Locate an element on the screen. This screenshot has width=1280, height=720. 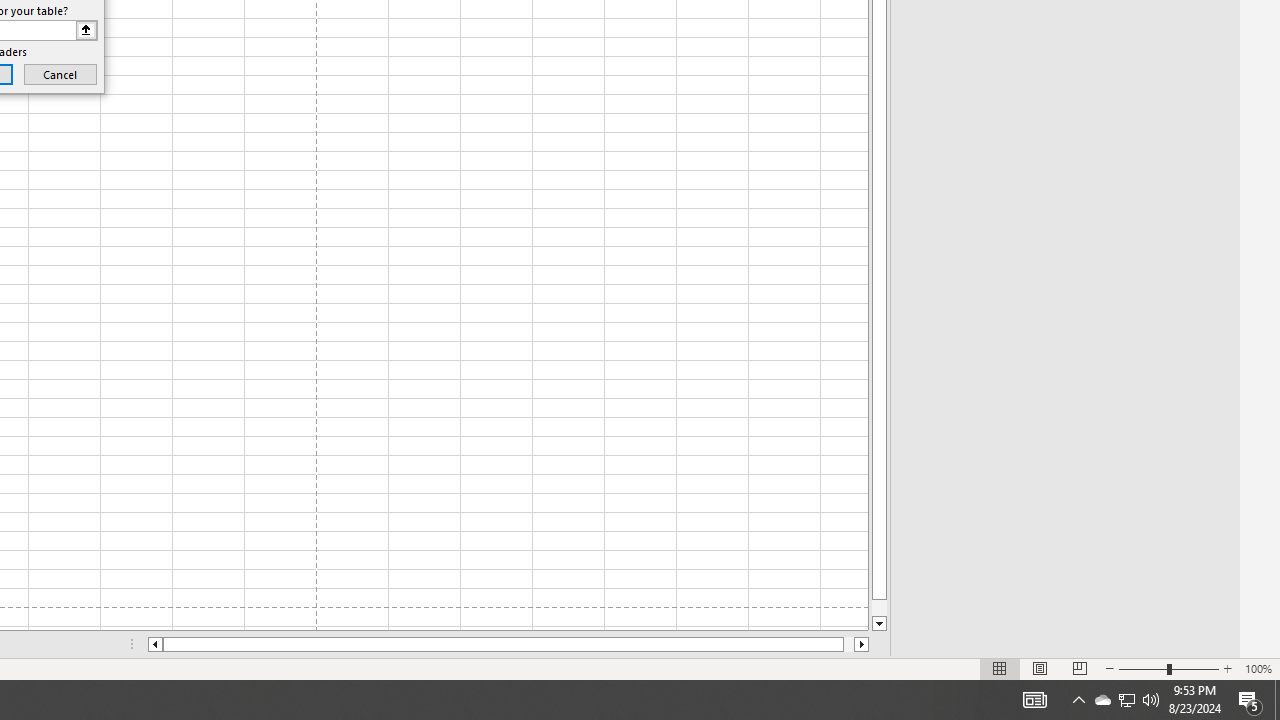
'Zoom Out' is located at coordinates (1143, 669).